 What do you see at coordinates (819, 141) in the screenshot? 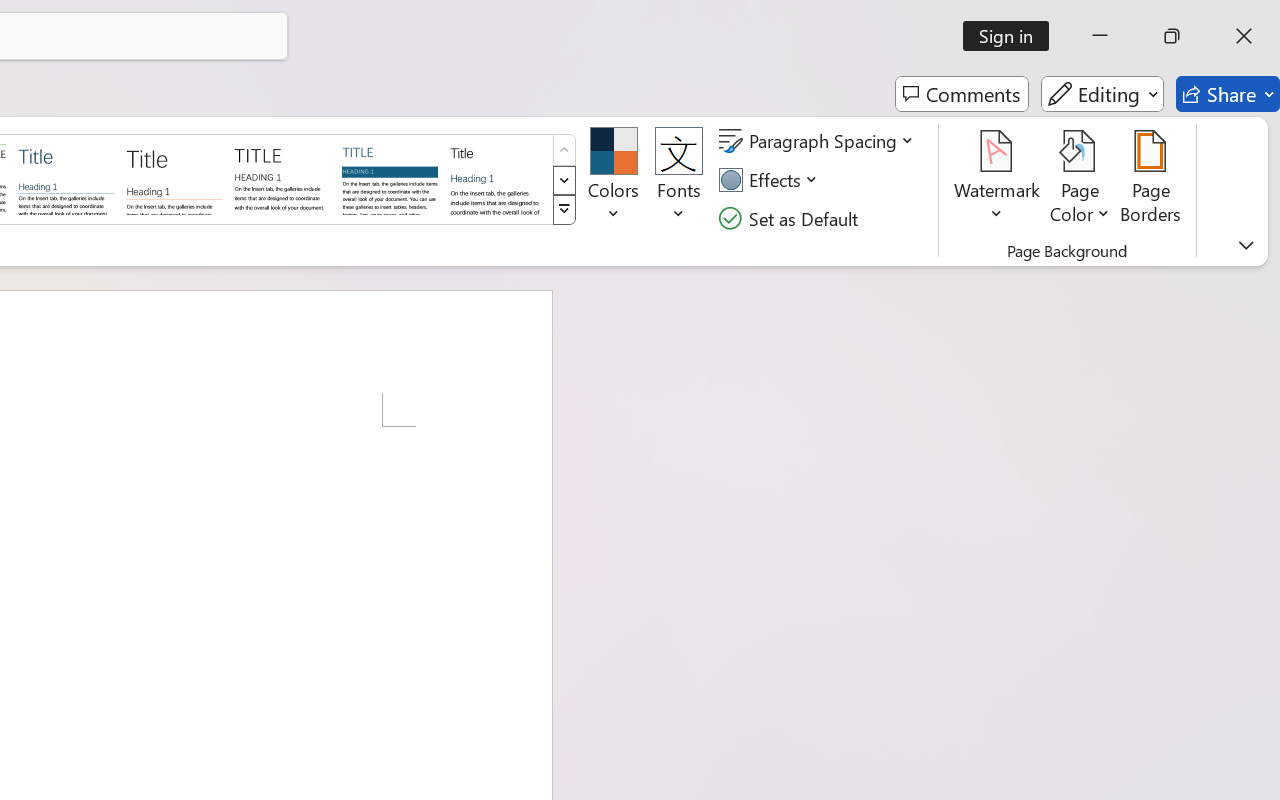
I see `'Paragraph Spacing'` at bounding box center [819, 141].